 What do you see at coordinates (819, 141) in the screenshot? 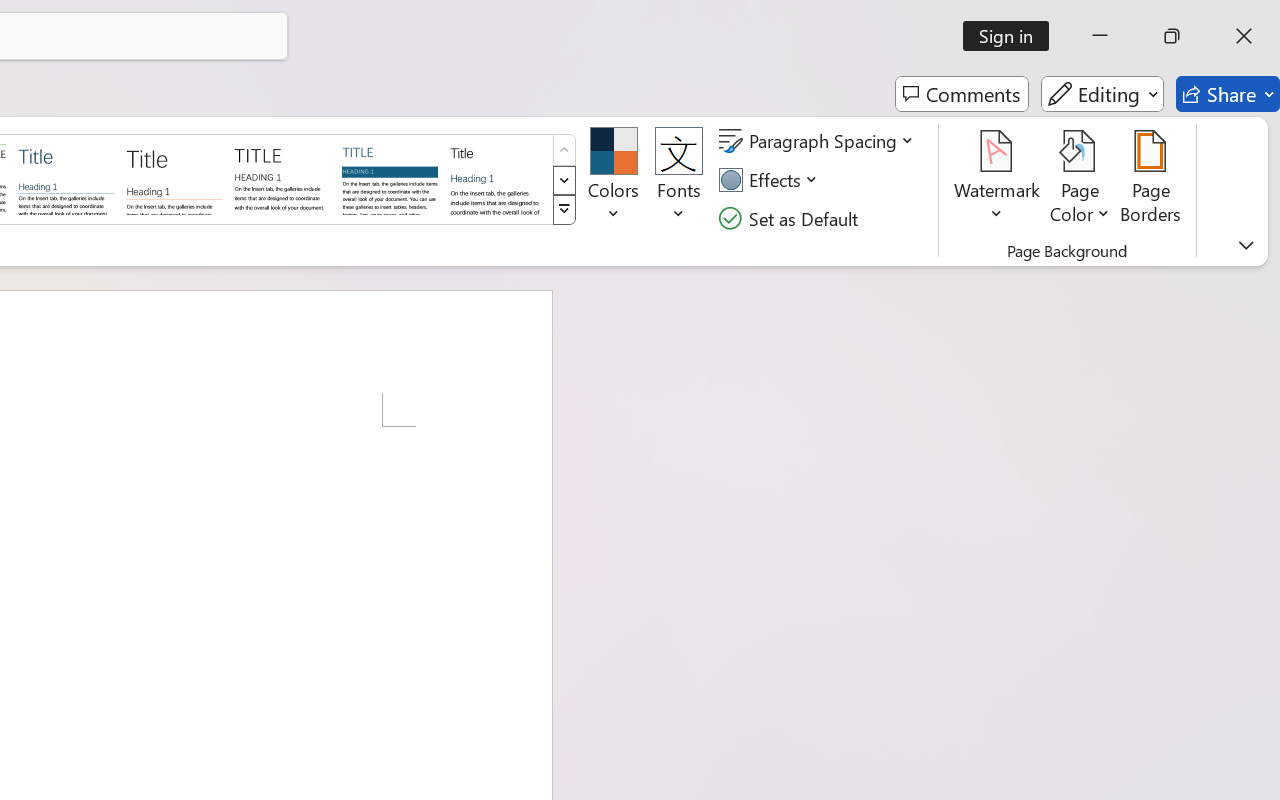
I see `'Paragraph Spacing'` at bounding box center [819, 141].